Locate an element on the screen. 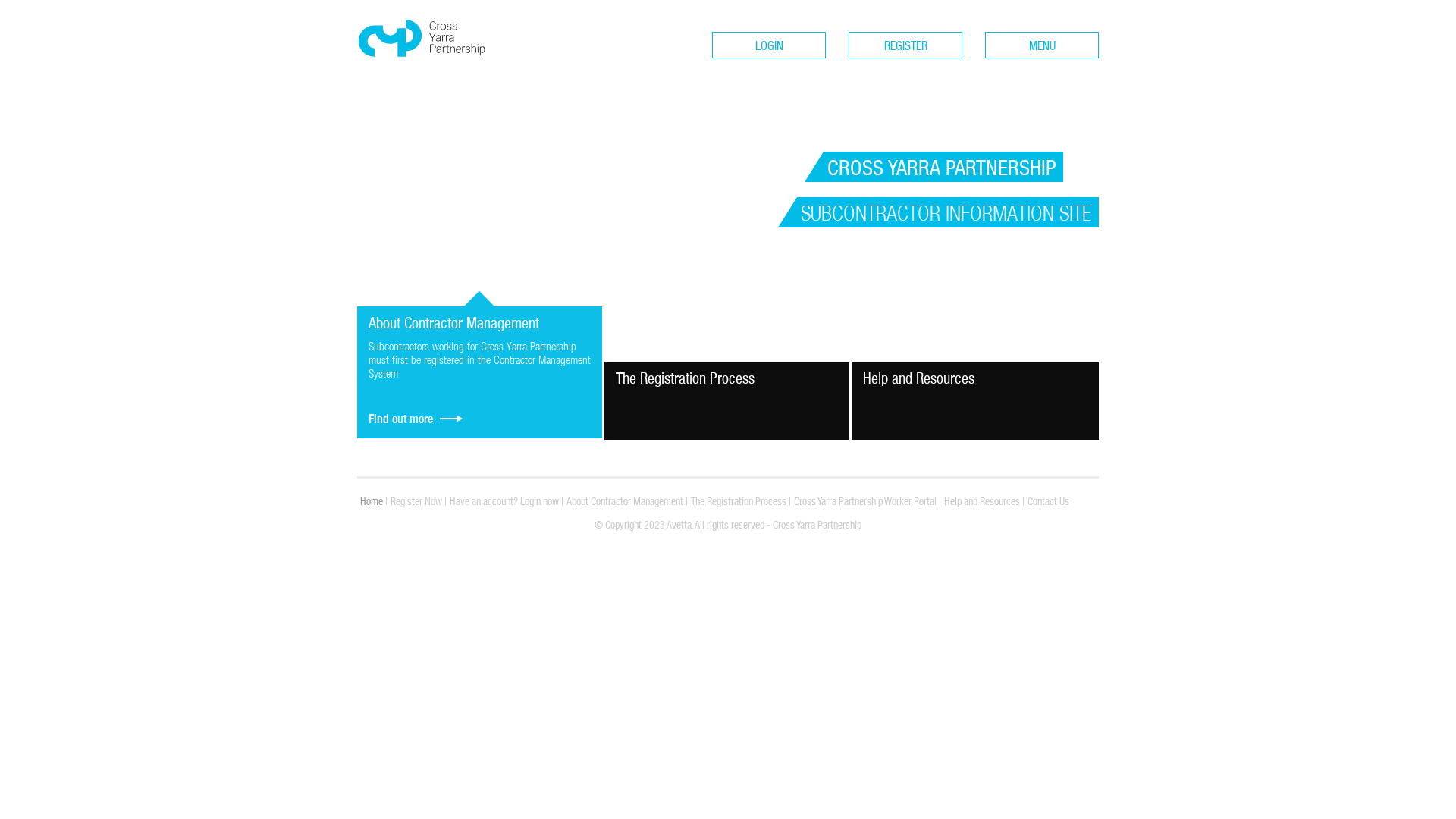  'Cross Yarra Partnership Worker Portal' is located at coordinates (865, 500).